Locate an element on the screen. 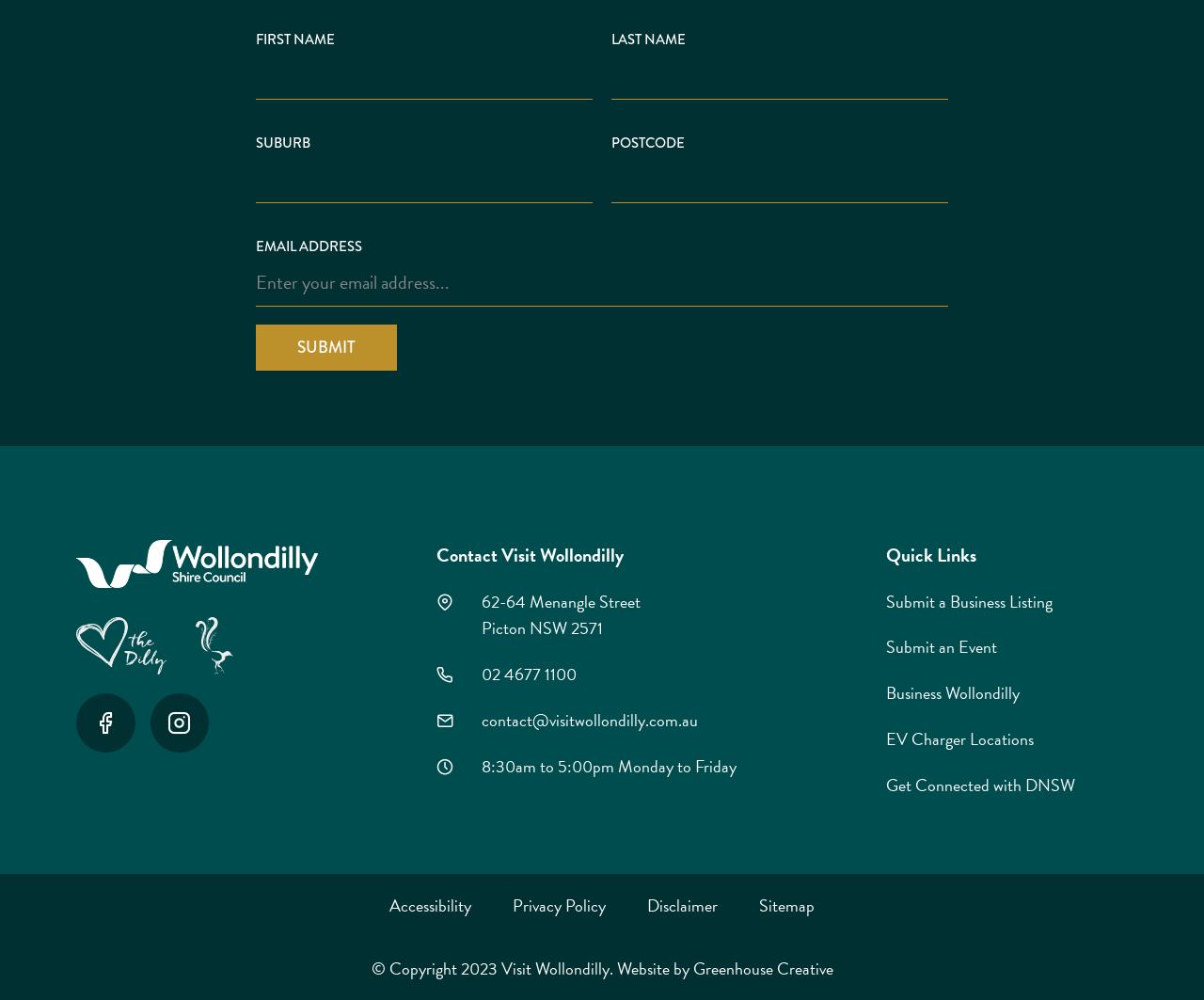 The width and height of the screenshot is (1204, 1000). '© Copyright 2023 Visit Wollondilly.  Website by' is located at coordinates (530, 967).